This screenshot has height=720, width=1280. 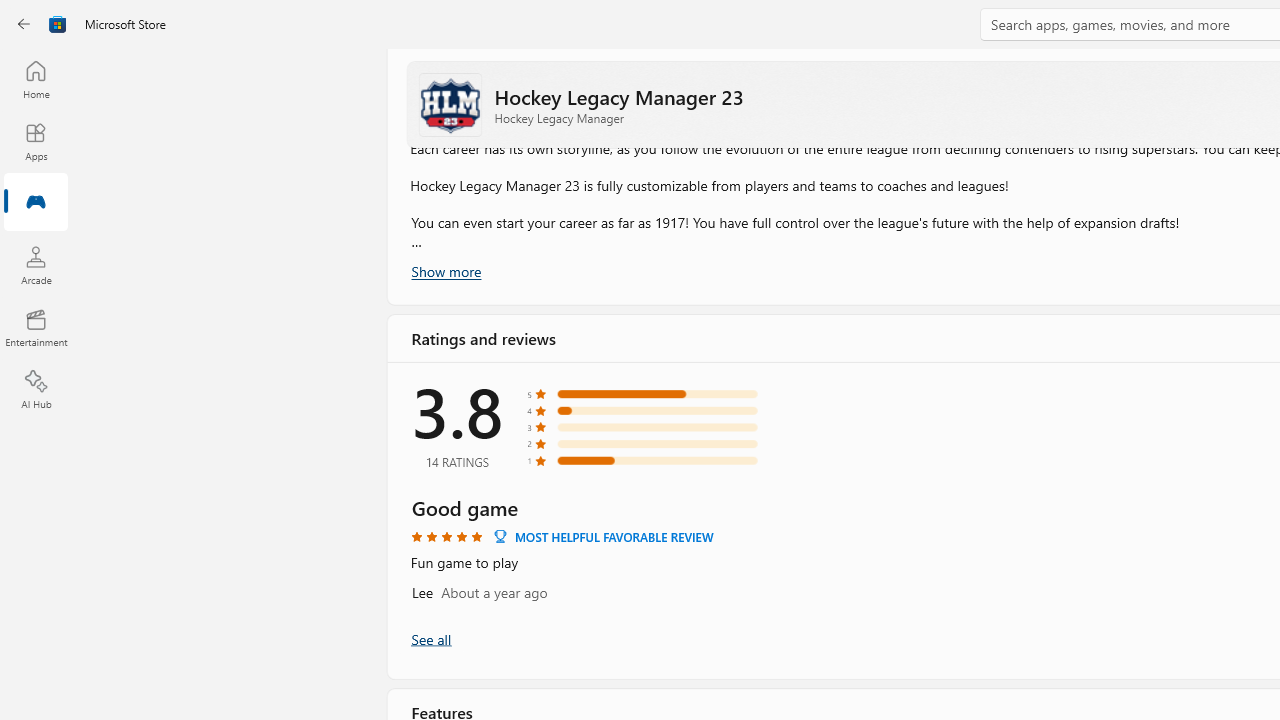 What do you see at coordinates (444, 271) in the screenshot?
I see `'Show more'` at bounding box center [444, 271].